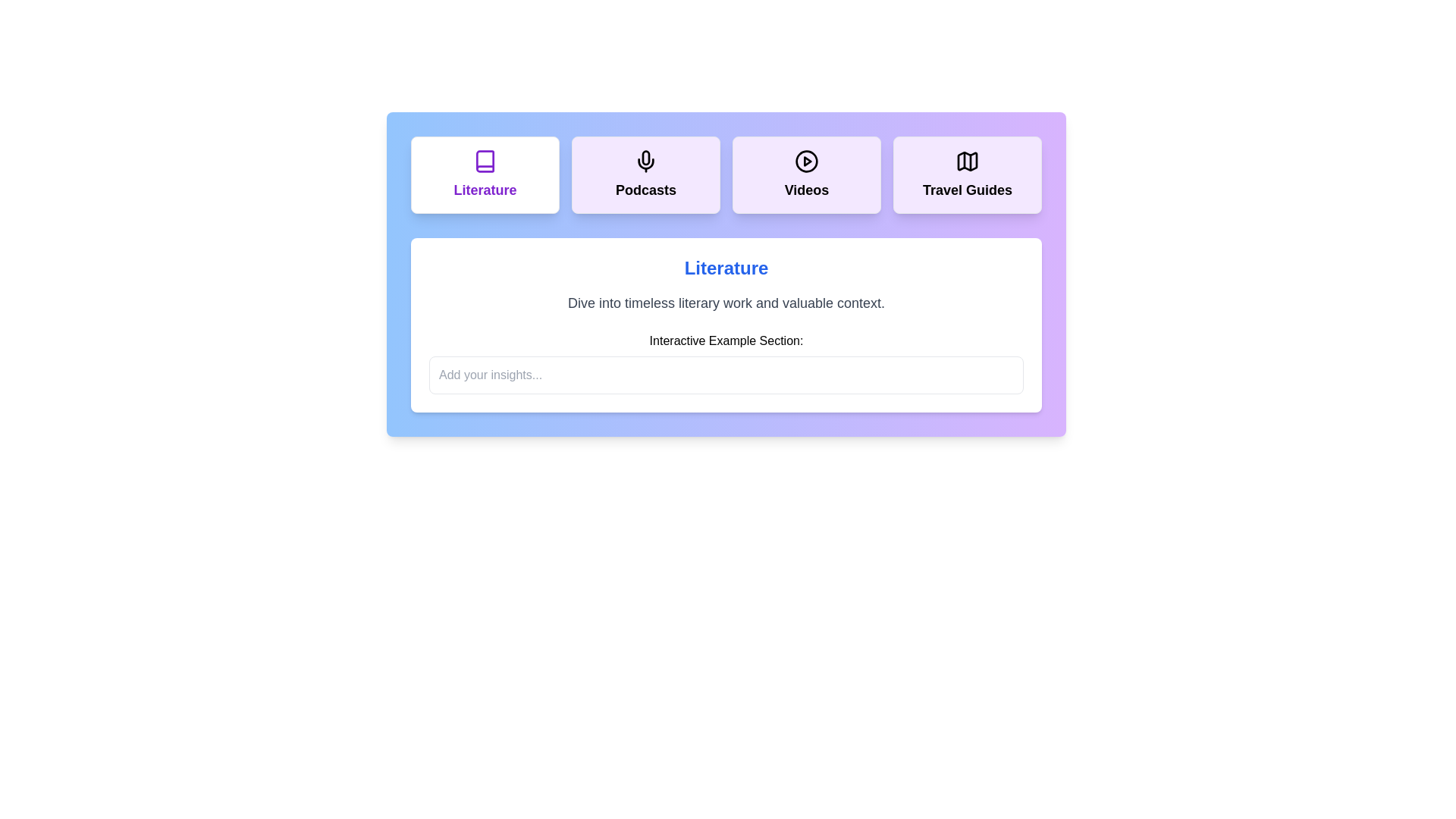 The image size is (1456, 819). What do you see at coordinates (484, 174) in the screenshot?
I see `the tab corresponding to Literature` at bounding box center [484, 174].